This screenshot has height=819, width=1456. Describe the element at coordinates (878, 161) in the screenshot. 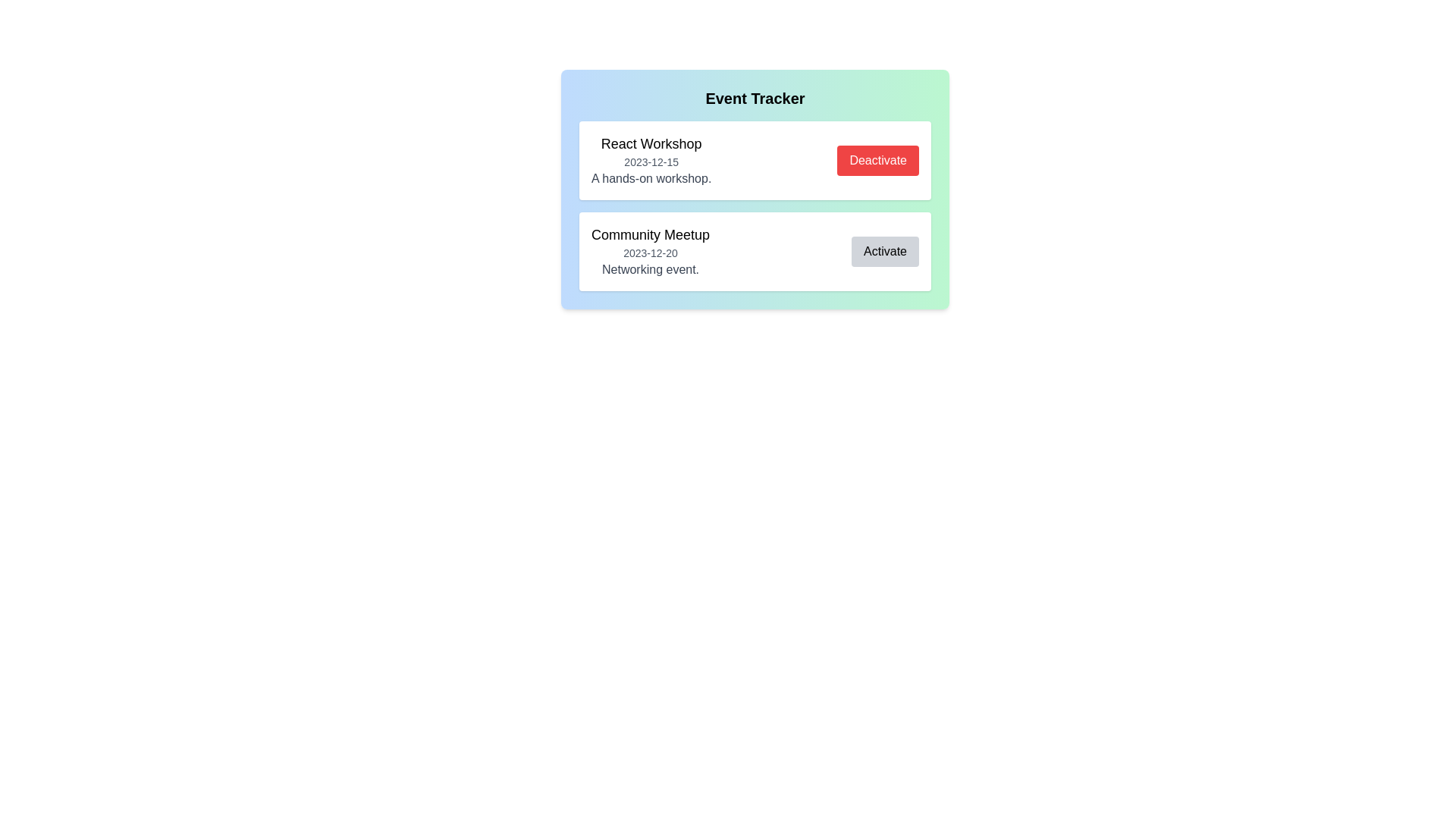

I see `the button labeled Deactivate to toggle the event's activation status` at that location.